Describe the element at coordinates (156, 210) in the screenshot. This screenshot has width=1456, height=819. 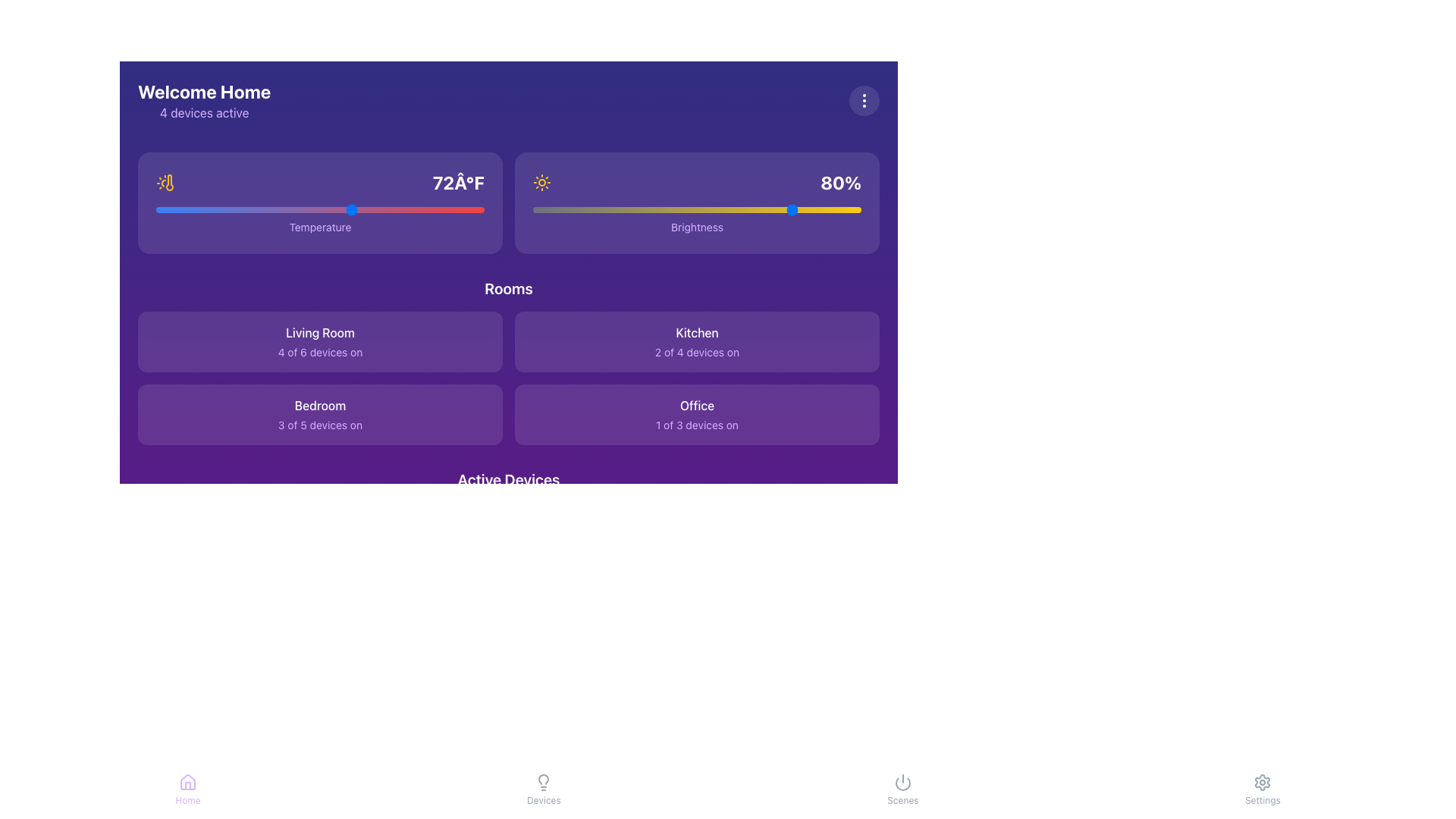
I see `the temperature` at that location.